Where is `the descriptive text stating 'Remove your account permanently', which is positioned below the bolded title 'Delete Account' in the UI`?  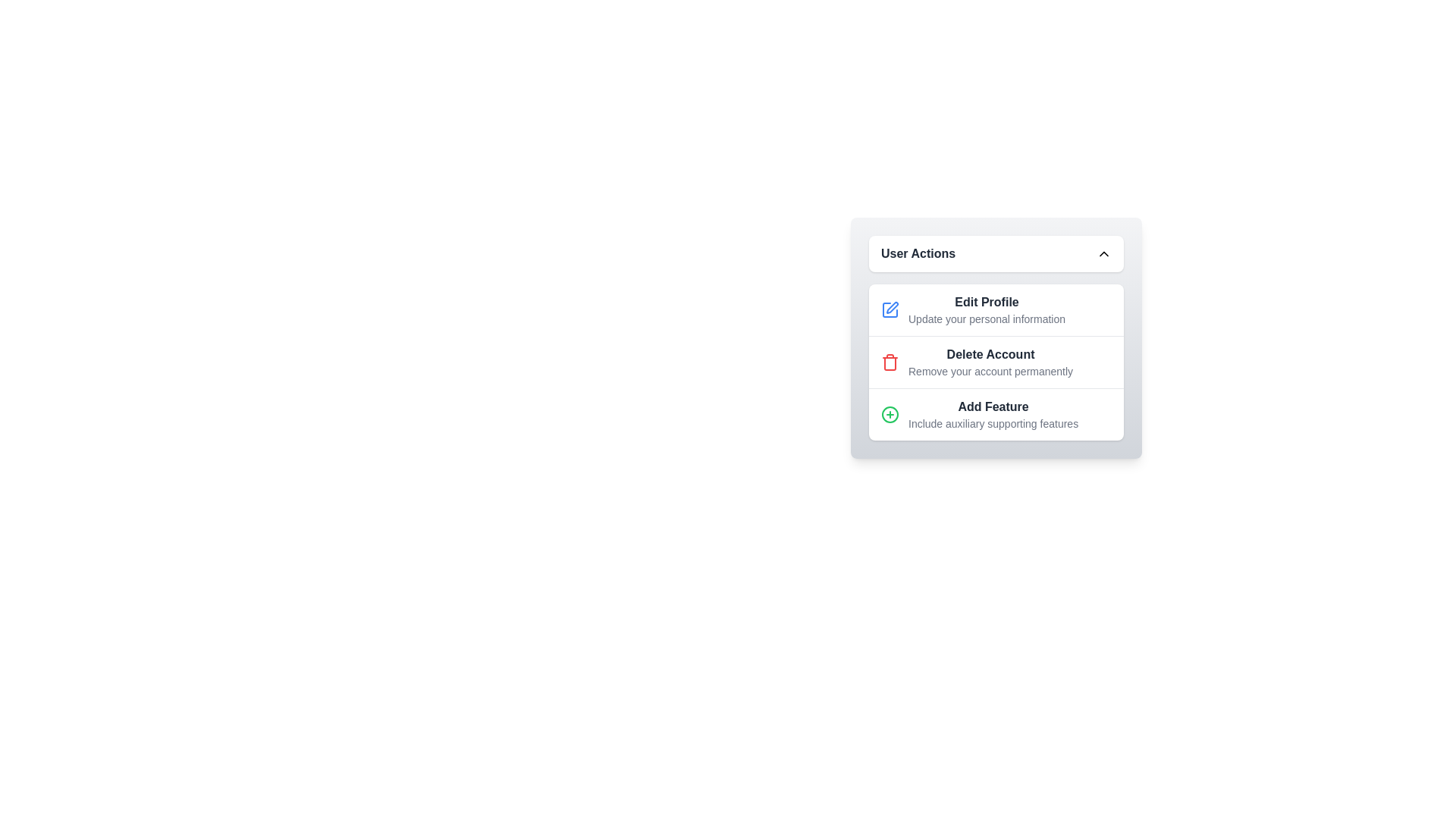 the descriptive text stating 'Remove your account permanently', which is positioned below the bolded title 'Delete Account' in the UI is located at coordinates (990, 371).